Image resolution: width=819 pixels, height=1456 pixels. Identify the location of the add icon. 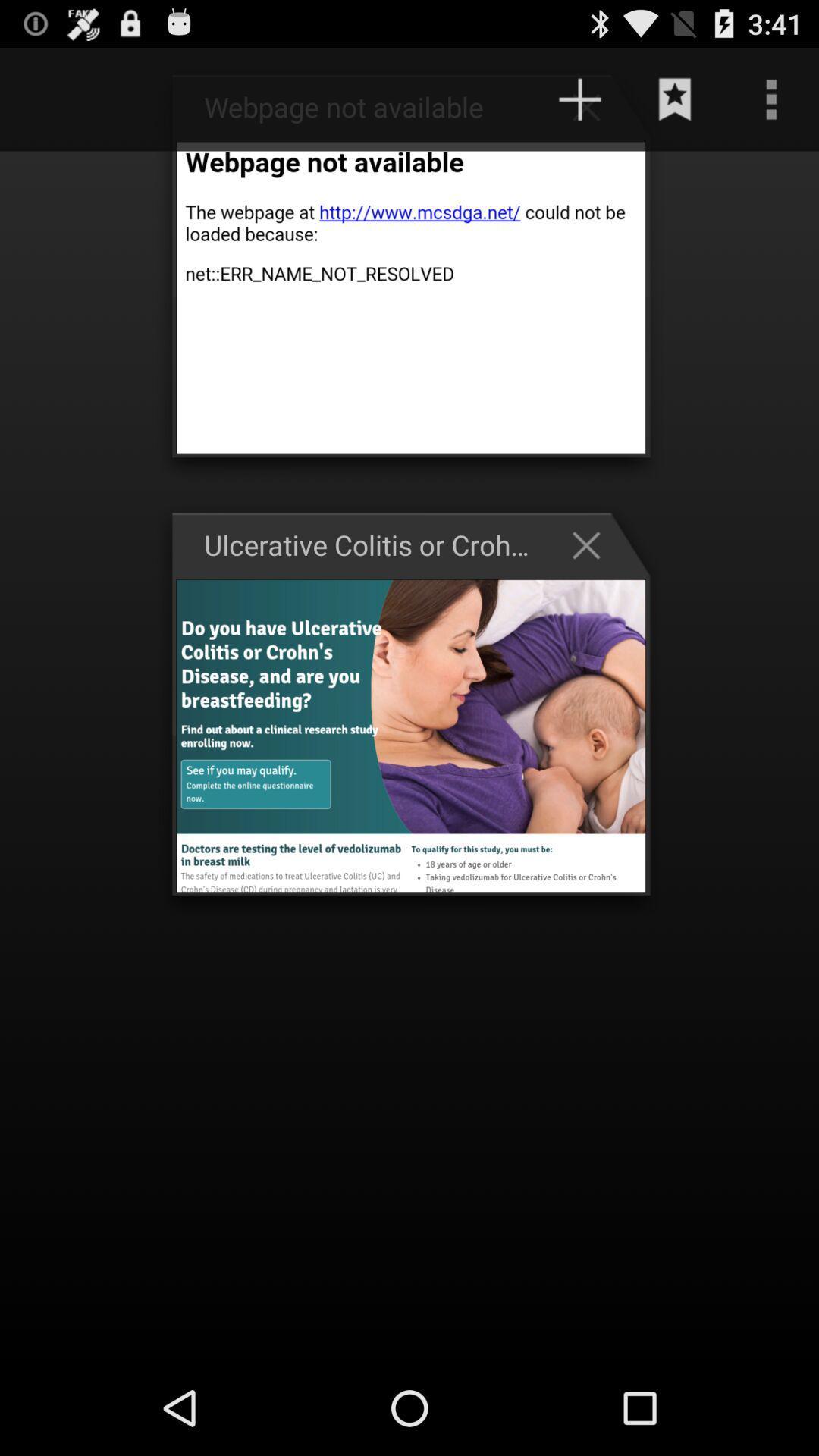
(593, 113).